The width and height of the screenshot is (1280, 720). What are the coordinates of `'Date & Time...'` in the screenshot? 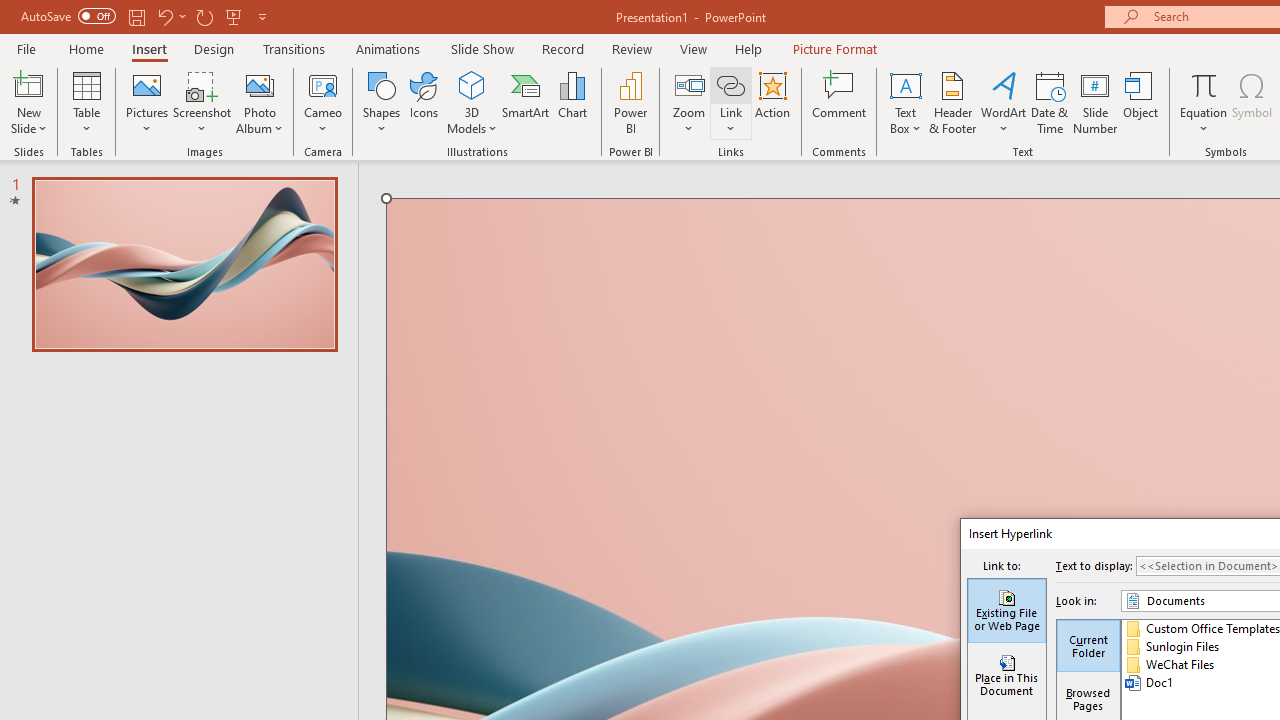 It's located at (1049, 103).